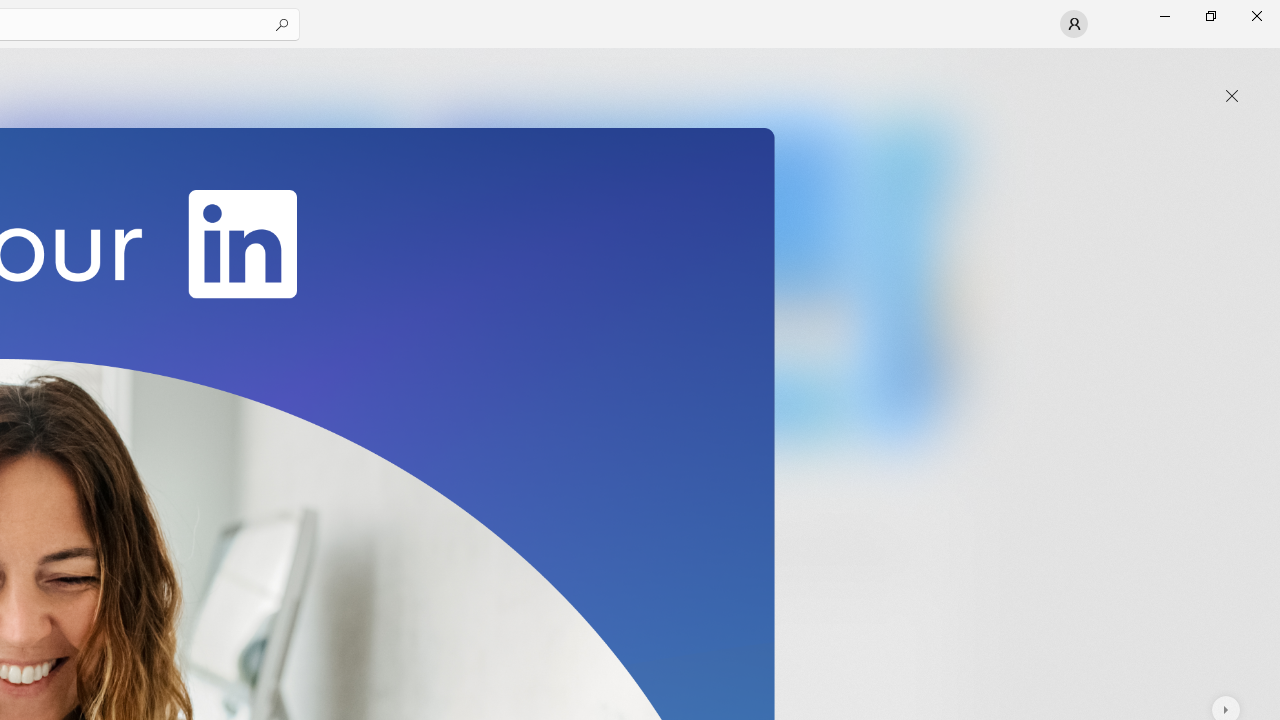  What do you see at coordinates (1231, 96) in the screenshot?
I see `'close popup window'` at bounding box center [1231, 96].